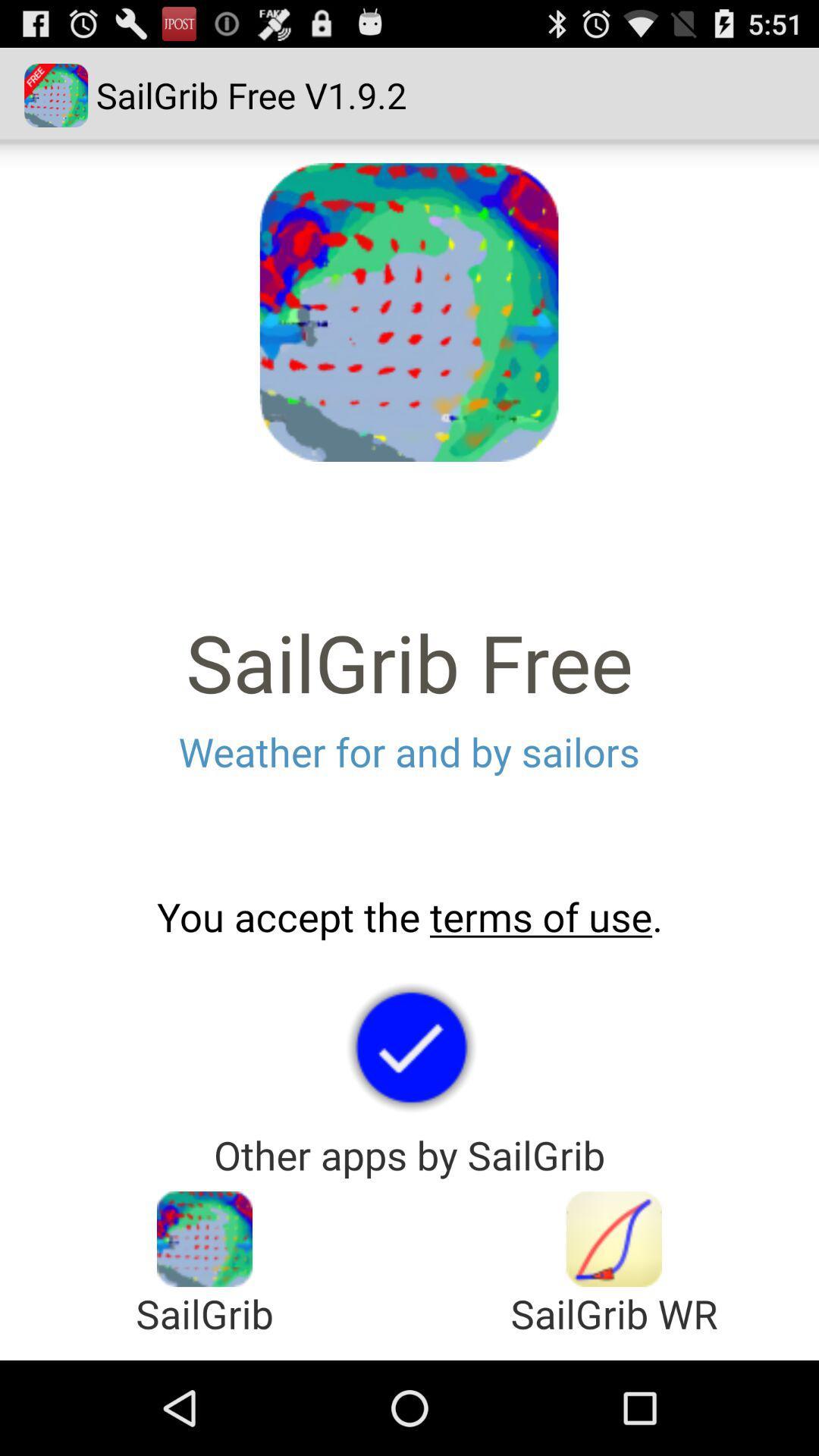  Describe the element at coordinates (409, 1046) in the screenshot. I see `accept terms` at that location.